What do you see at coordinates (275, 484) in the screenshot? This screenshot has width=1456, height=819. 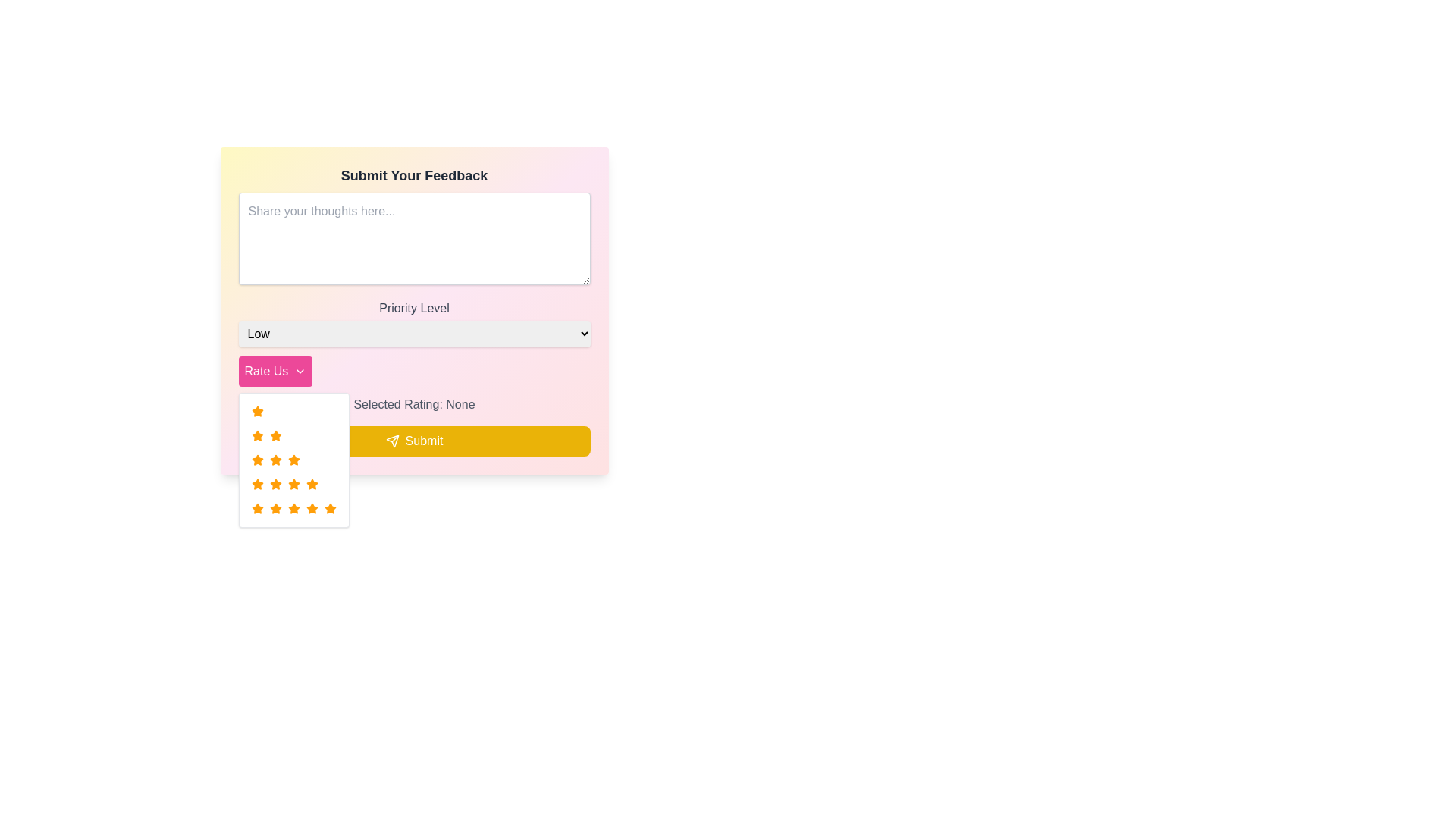 I see `the seventh star in the second row of the rating dropdown menu` at bounding box center [275, 484].